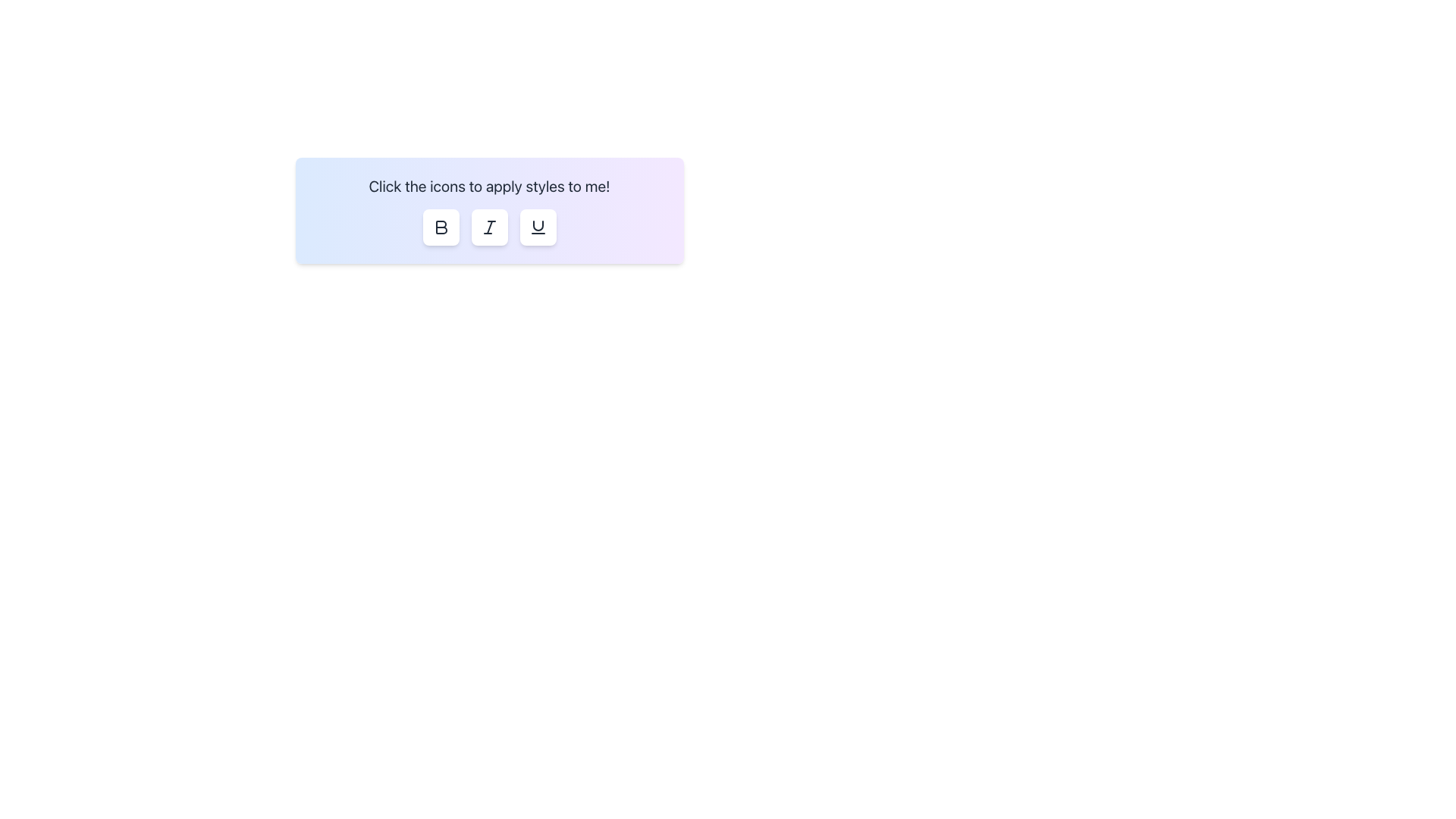 The width and height of the screenshot is (1456, 819). Describe the element at coordinates (538, 227) in the screenshot. I see `the icon button resembling a letter 'U' with an underline, which is the third icon in a row of three buttons on the rightmost end of the row` at that location.